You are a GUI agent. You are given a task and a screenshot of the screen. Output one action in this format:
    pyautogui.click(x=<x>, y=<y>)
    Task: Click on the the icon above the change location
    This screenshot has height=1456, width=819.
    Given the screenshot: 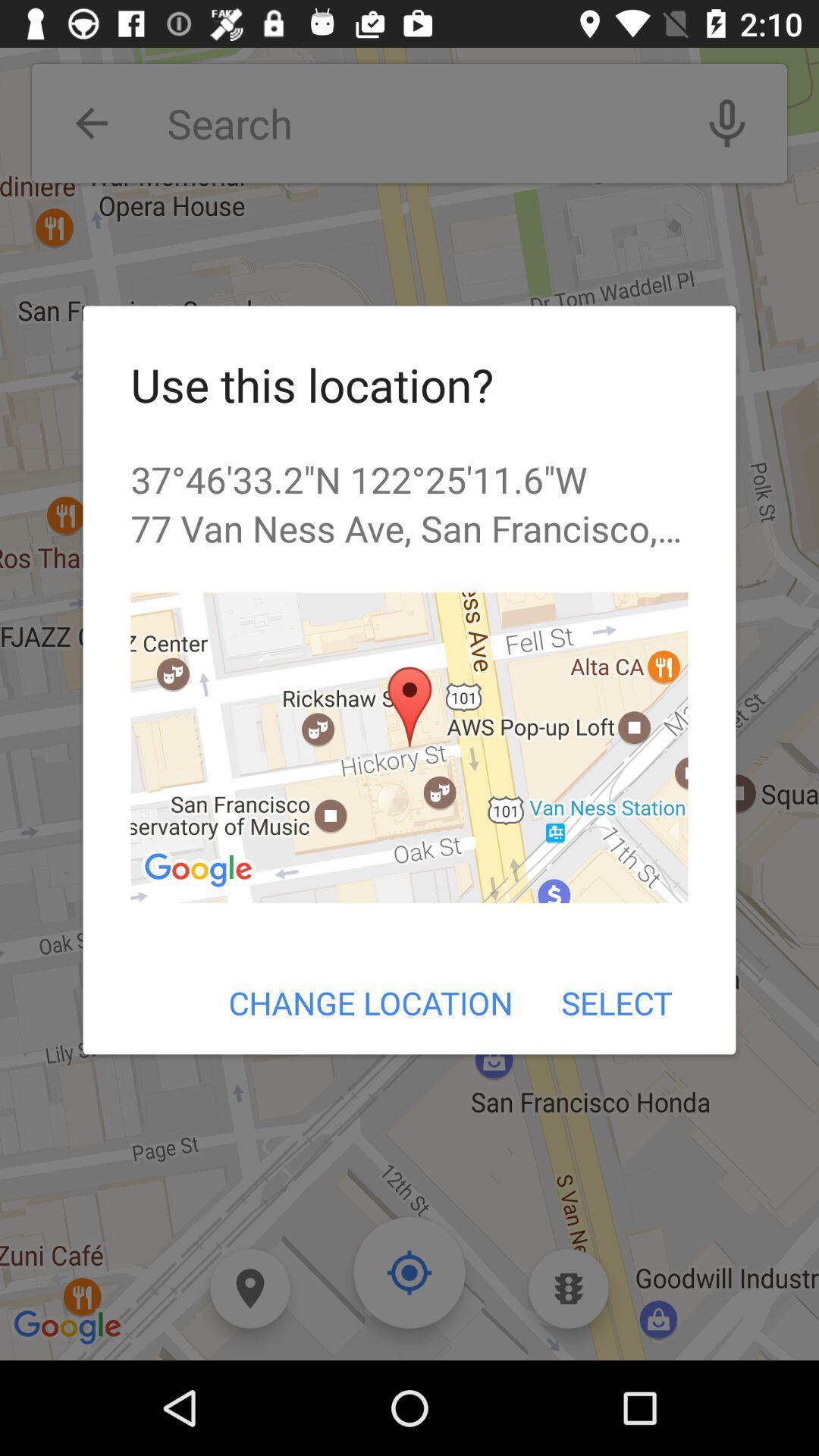 What is the action you would take?
    pyautogui.click(x=409, y=748)
    